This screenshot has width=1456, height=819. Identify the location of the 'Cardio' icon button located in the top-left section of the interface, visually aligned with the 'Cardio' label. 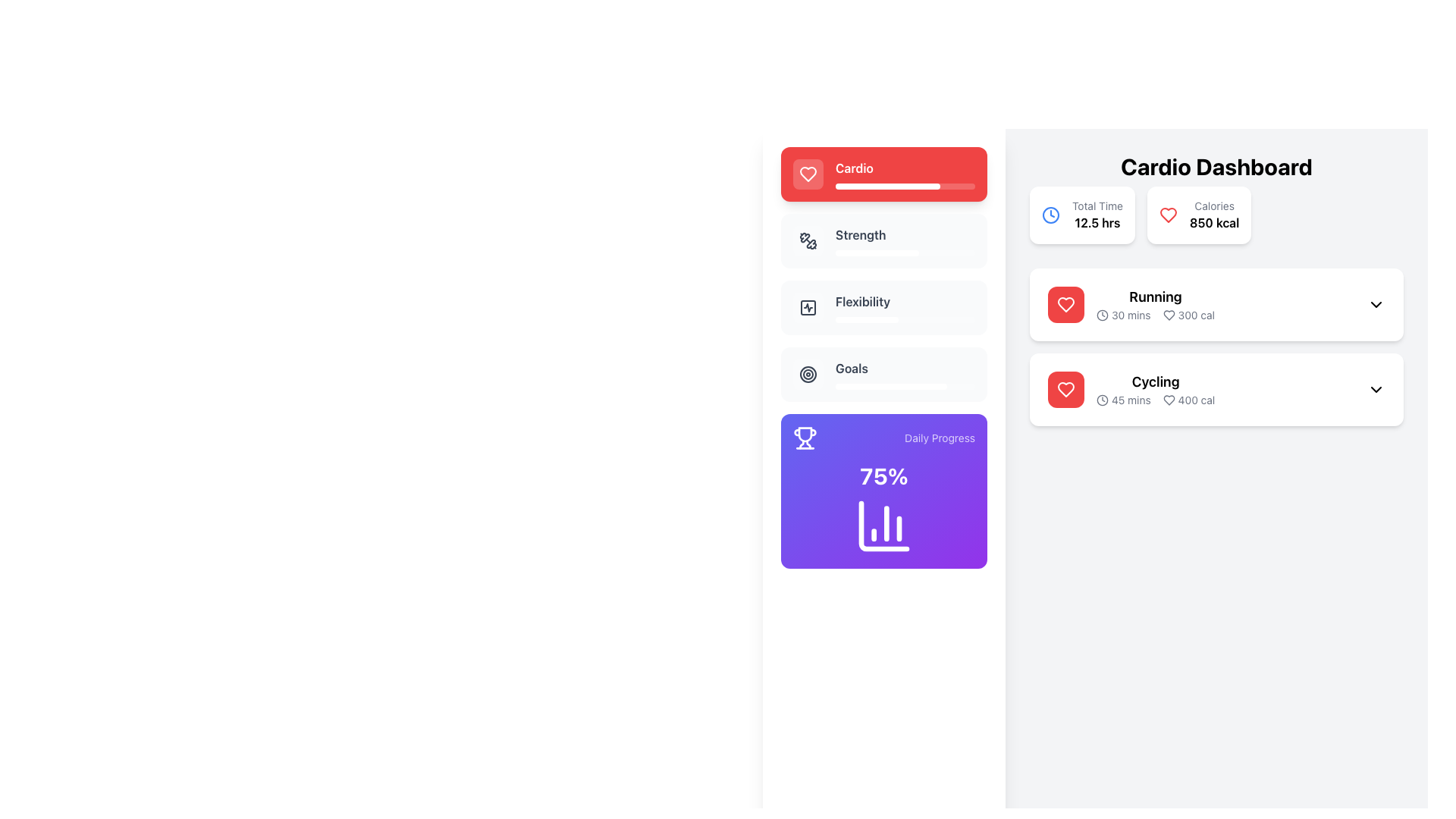
(807, 174).